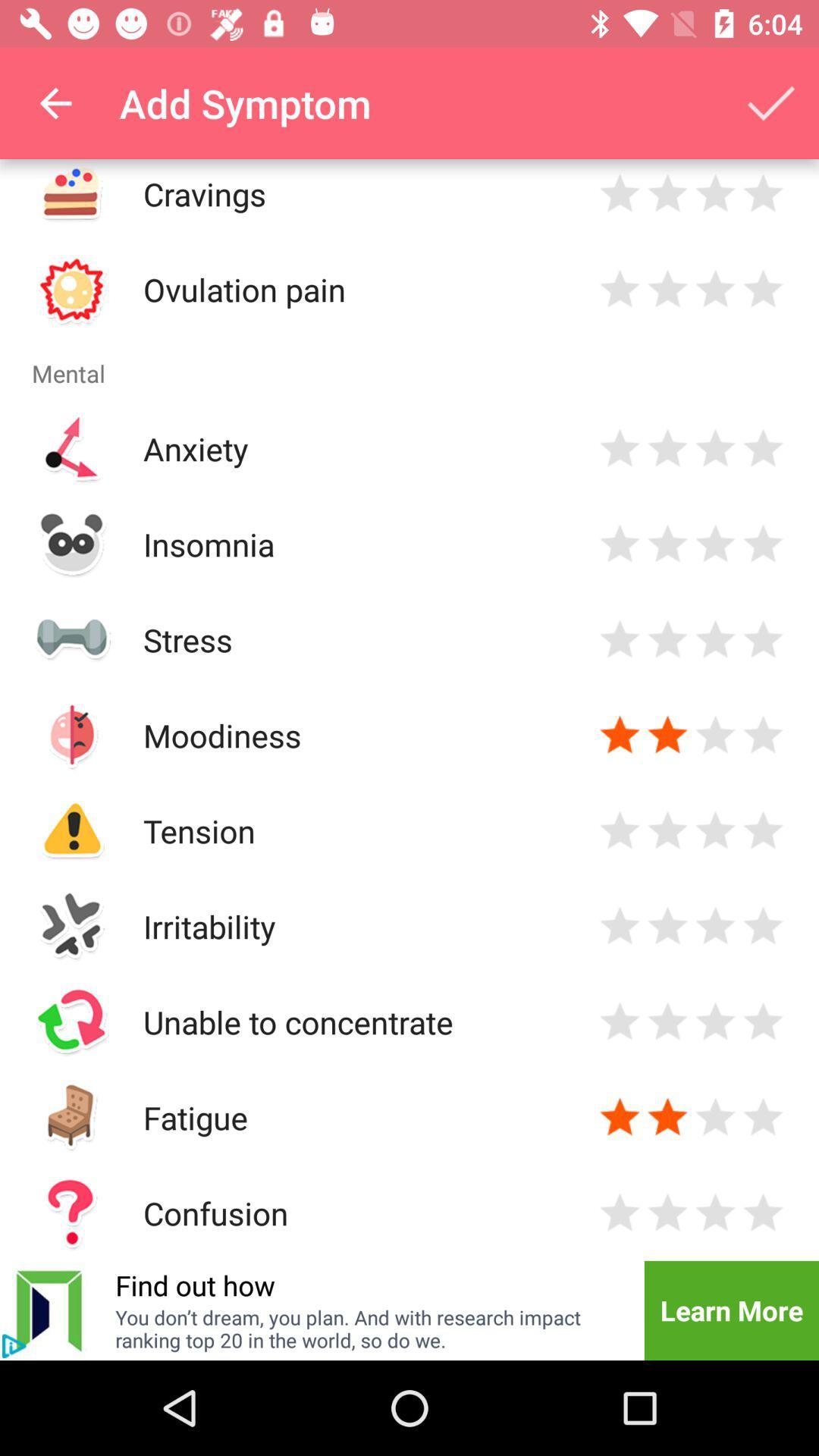 This screenshot has width=819, height=1456. I want to click on rate moodiness, so click(715, 735).